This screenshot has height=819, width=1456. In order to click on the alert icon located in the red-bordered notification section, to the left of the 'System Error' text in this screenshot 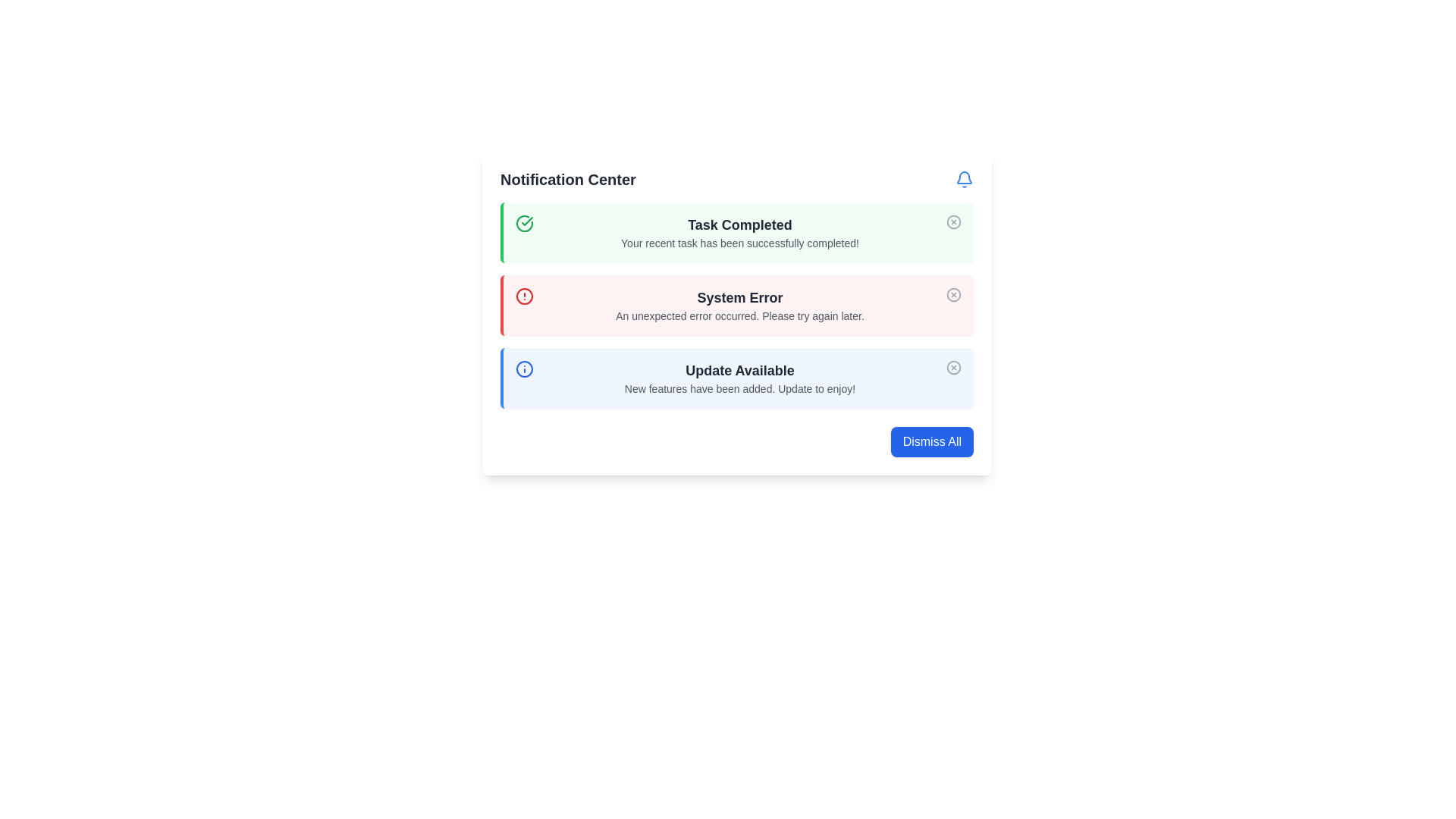, I will do `click(524, 296)`.